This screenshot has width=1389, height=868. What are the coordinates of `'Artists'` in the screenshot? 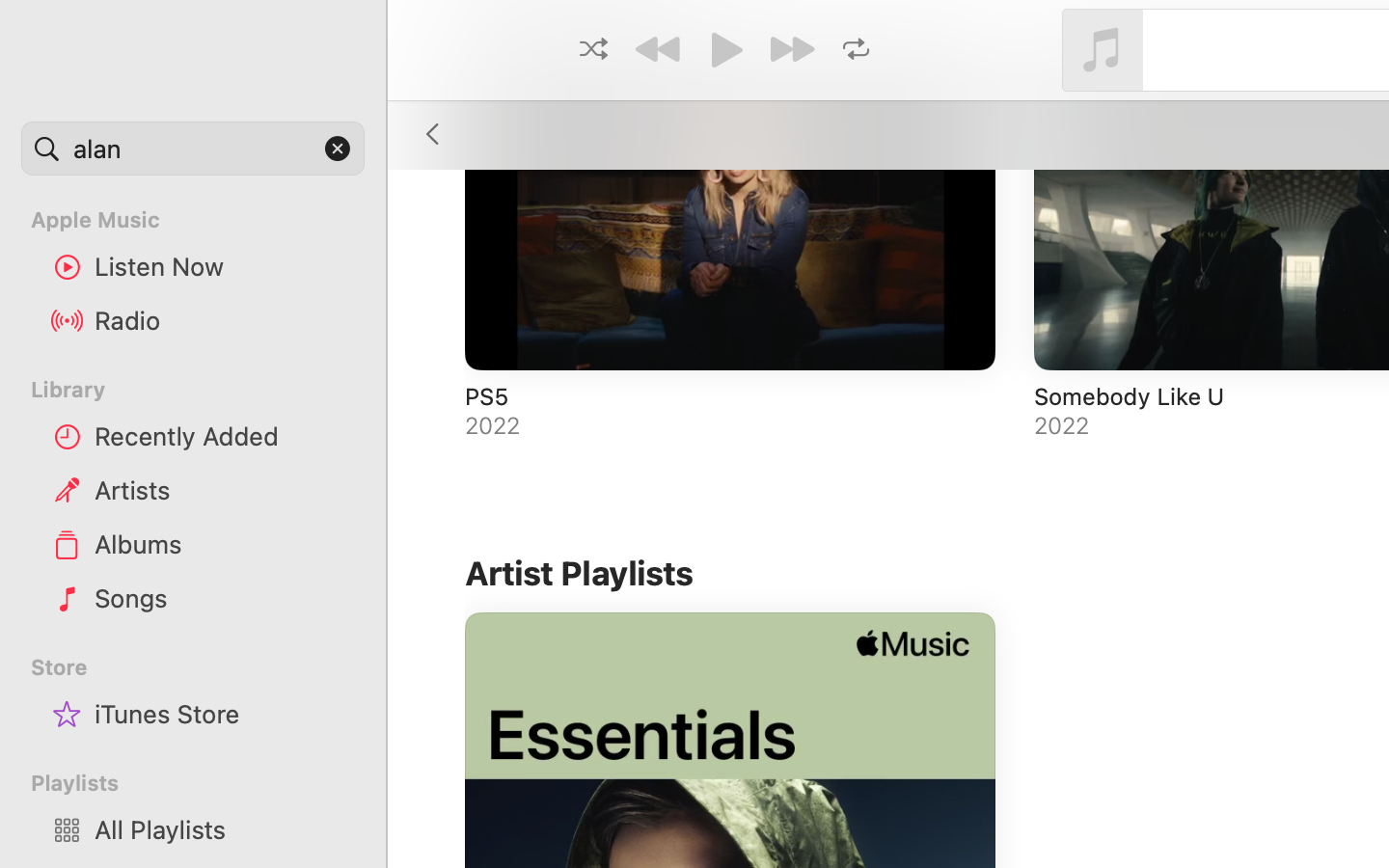 It's located at (222, 488).